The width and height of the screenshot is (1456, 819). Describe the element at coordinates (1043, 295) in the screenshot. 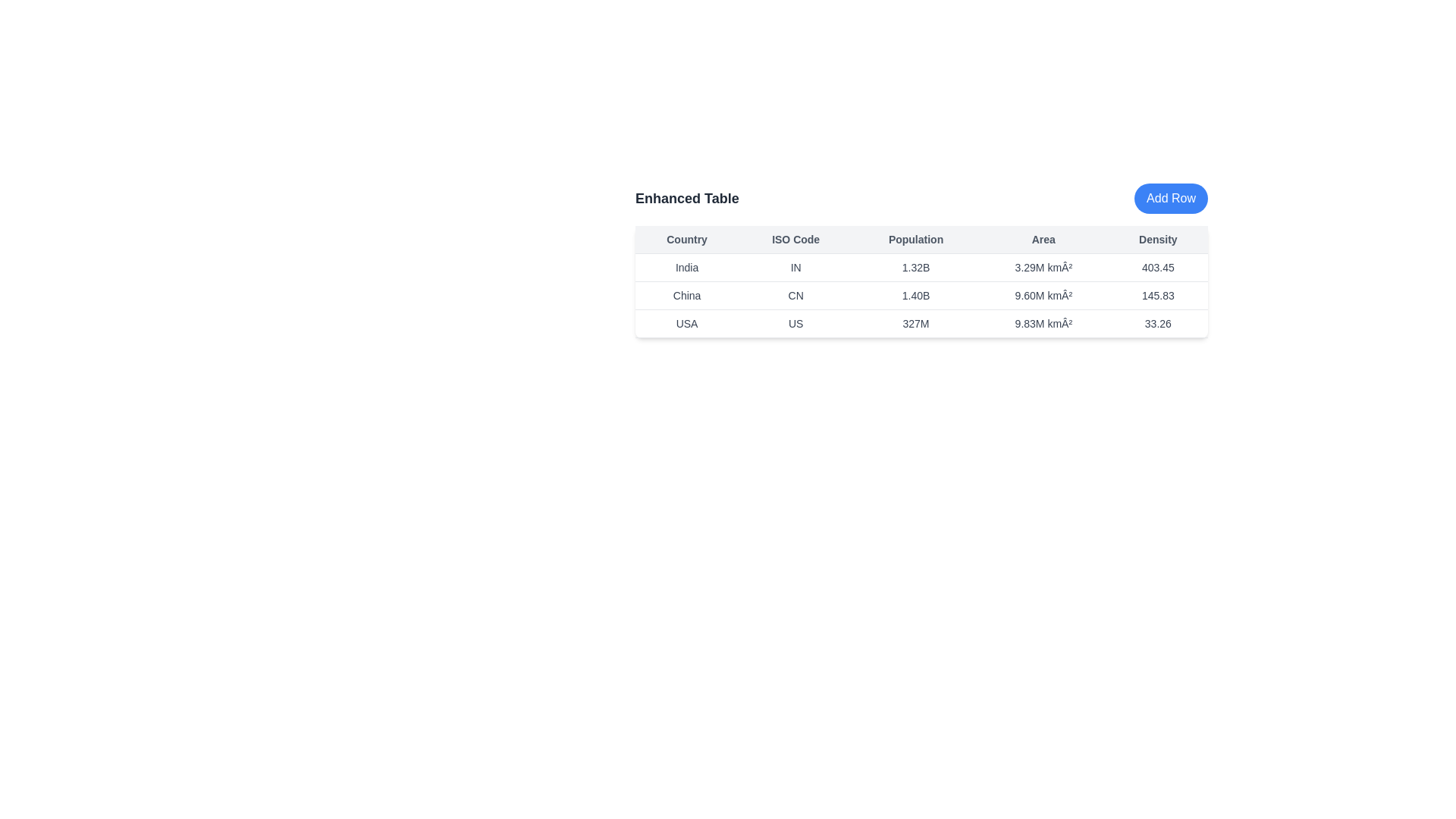

I see `the text label displaying the area of China, which shows '9.60M km²' in a bold, dark gray font located in the fourth column of the second row of the table` at that location.